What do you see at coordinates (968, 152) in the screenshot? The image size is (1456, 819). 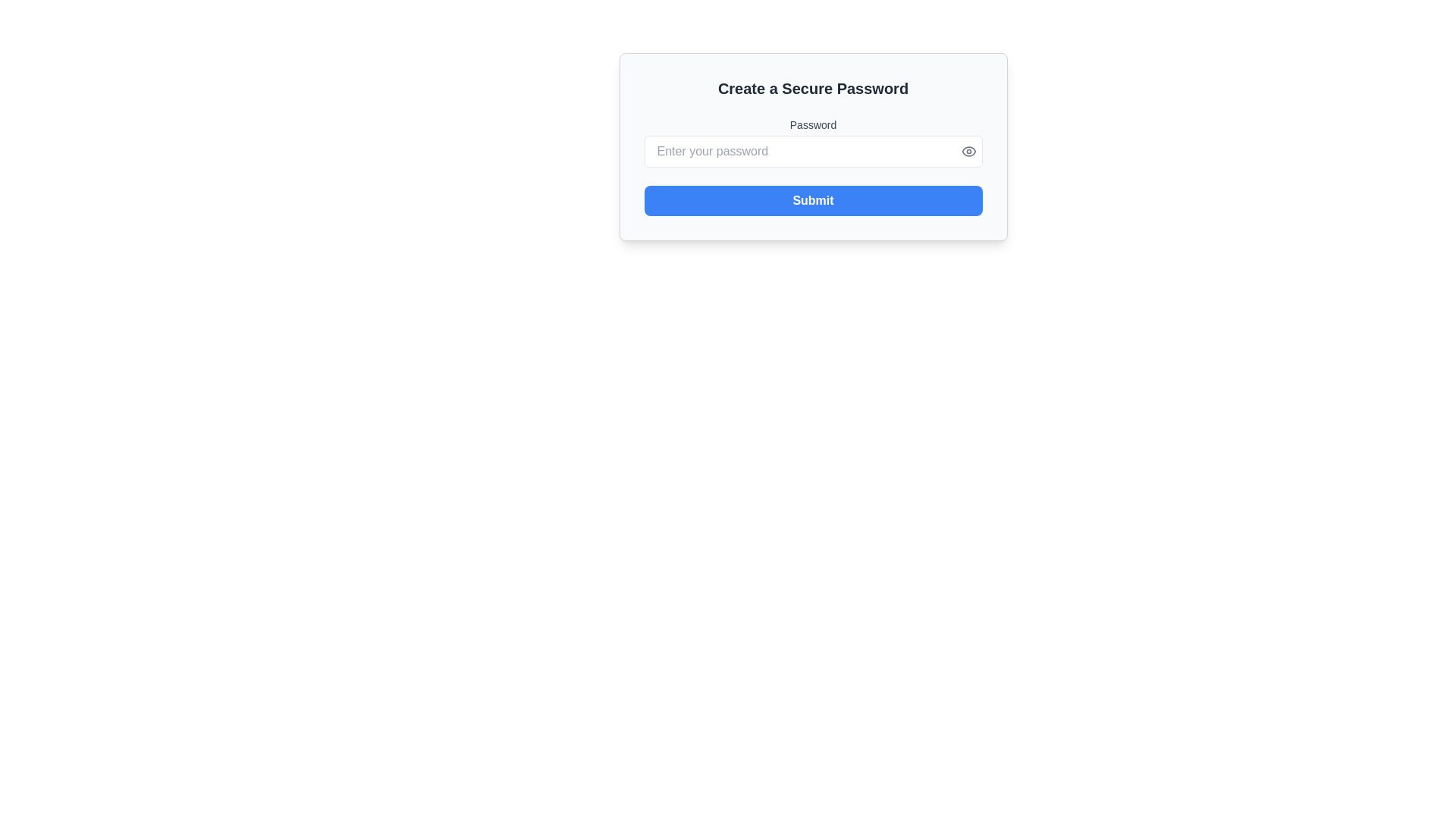 I see `the button` at bounding box center [968, 152].